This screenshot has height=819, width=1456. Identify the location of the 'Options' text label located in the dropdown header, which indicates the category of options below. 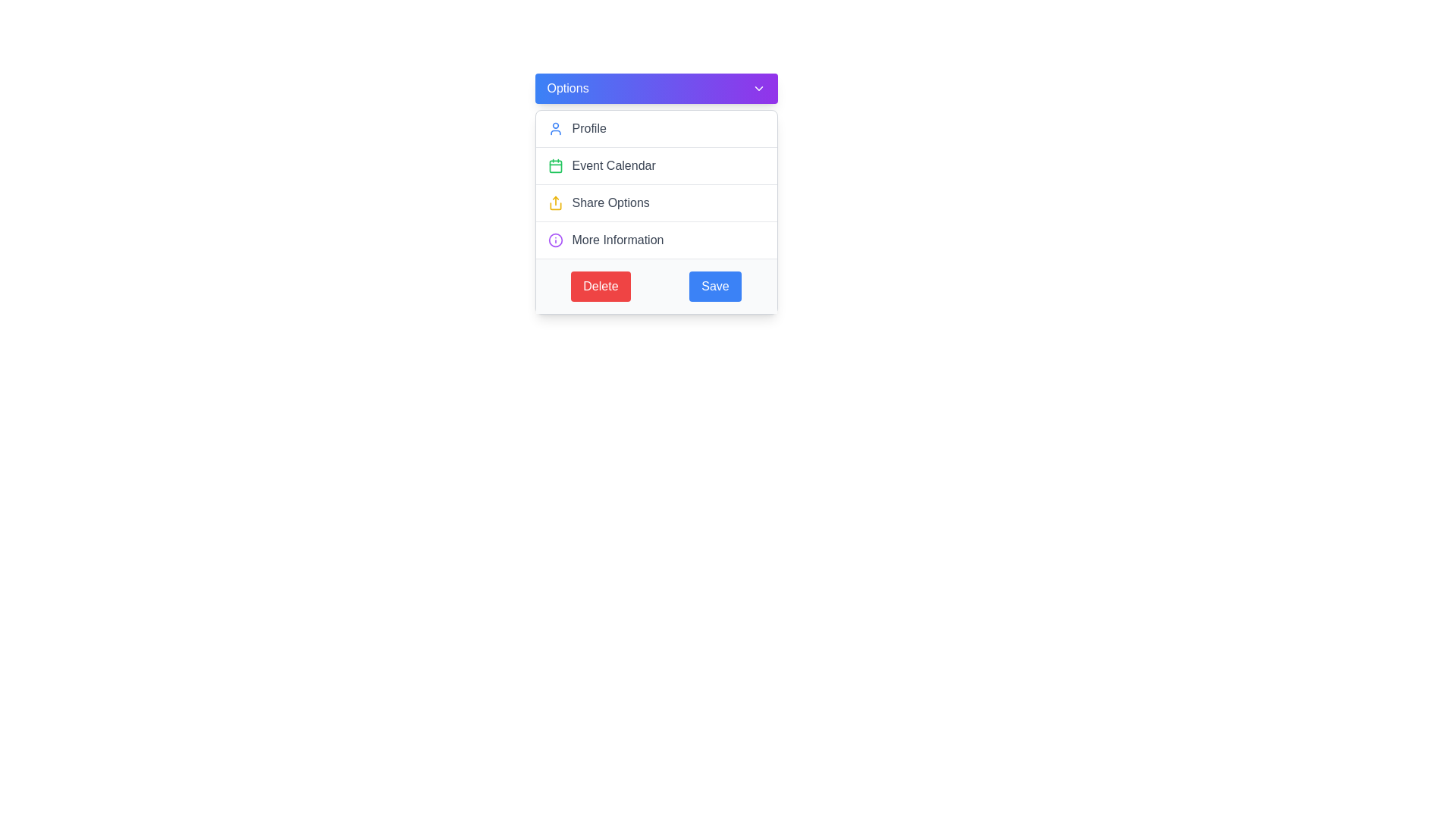
(566, 88).